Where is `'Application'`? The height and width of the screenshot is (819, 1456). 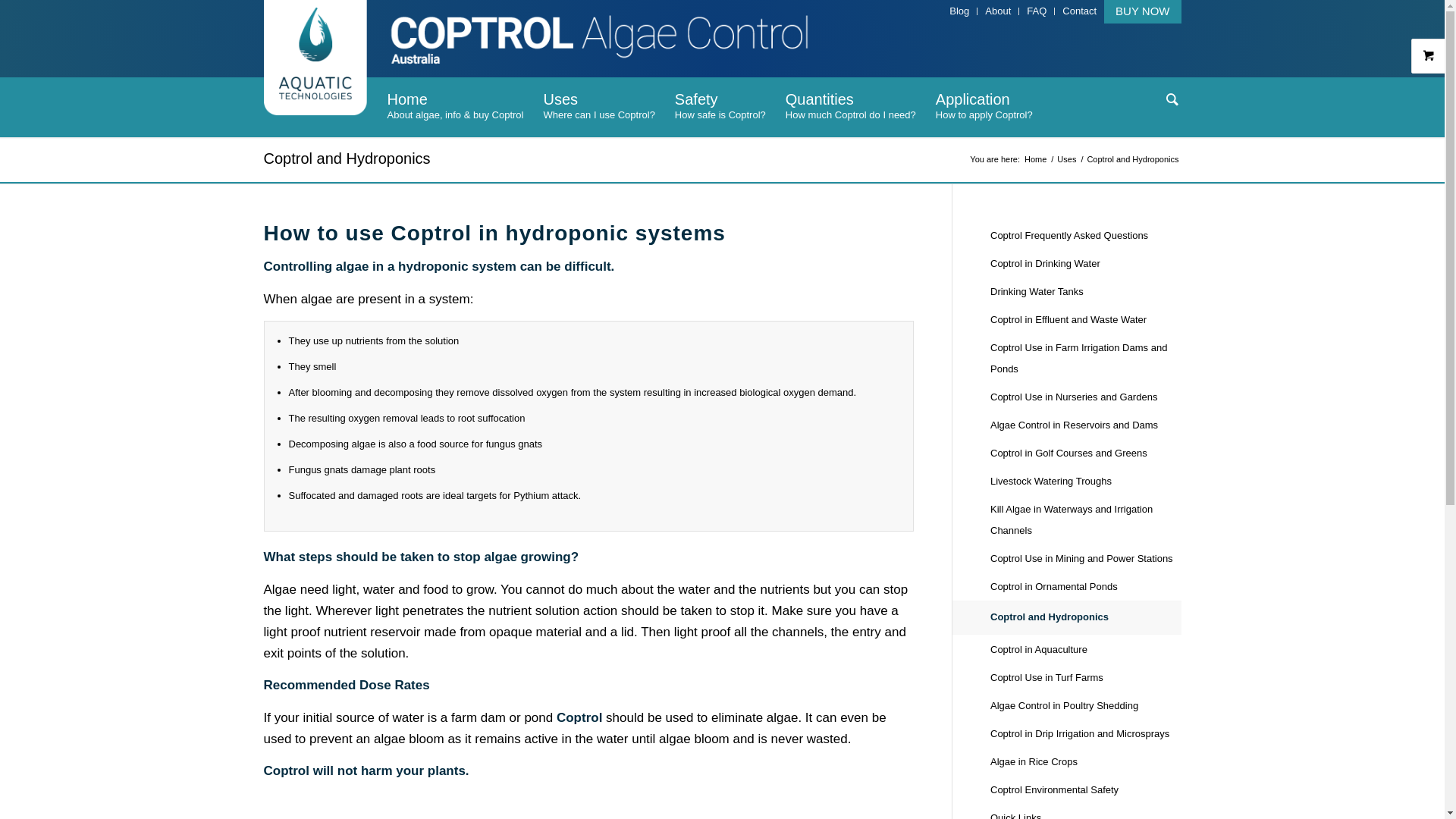 'Application' is located at coordinates (984, 106).